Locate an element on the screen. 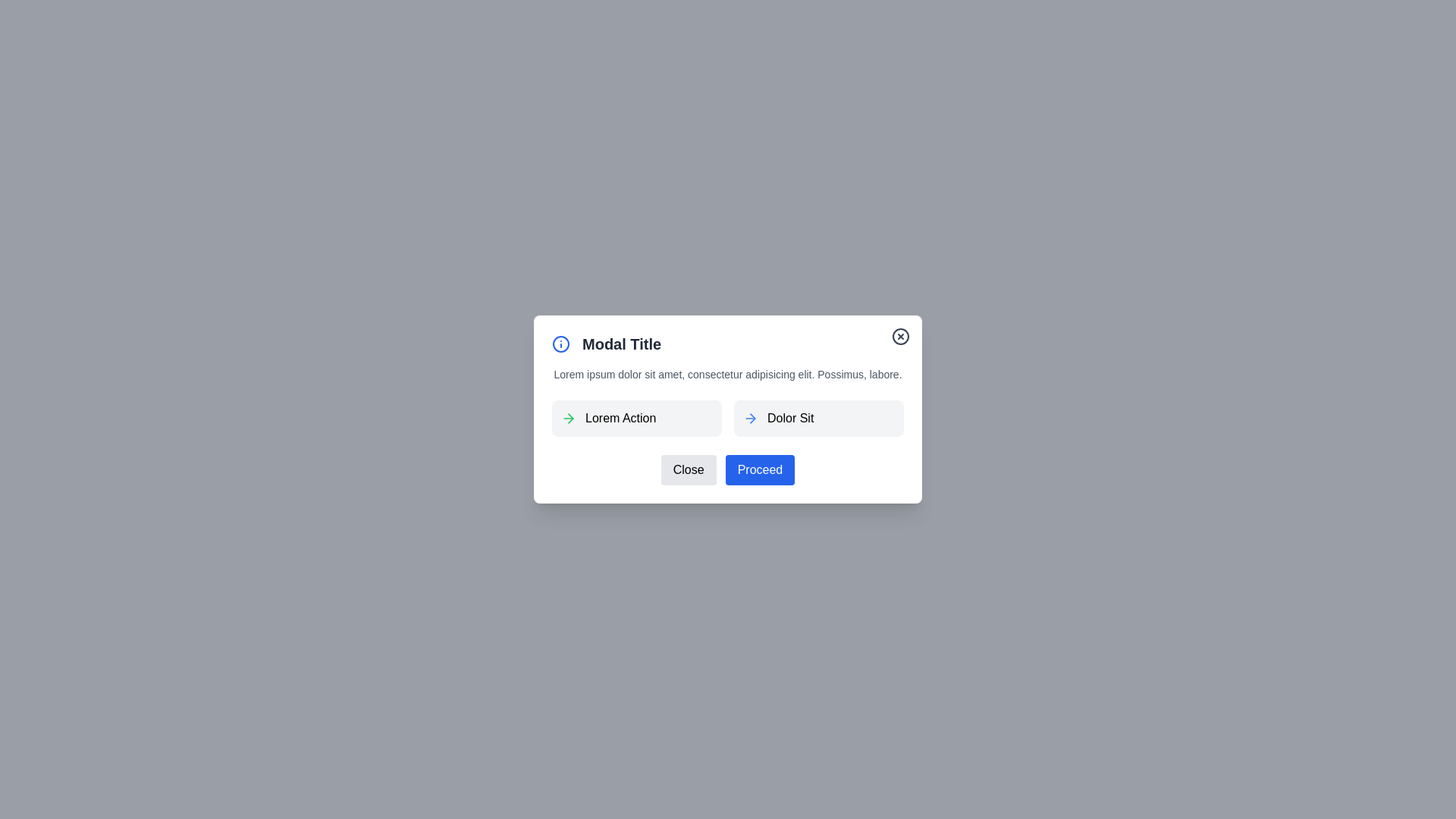 The image size is (1456, 819). the button group containing the 'Close' and 'Proceed' buttons is located at coordinates (728, 469).